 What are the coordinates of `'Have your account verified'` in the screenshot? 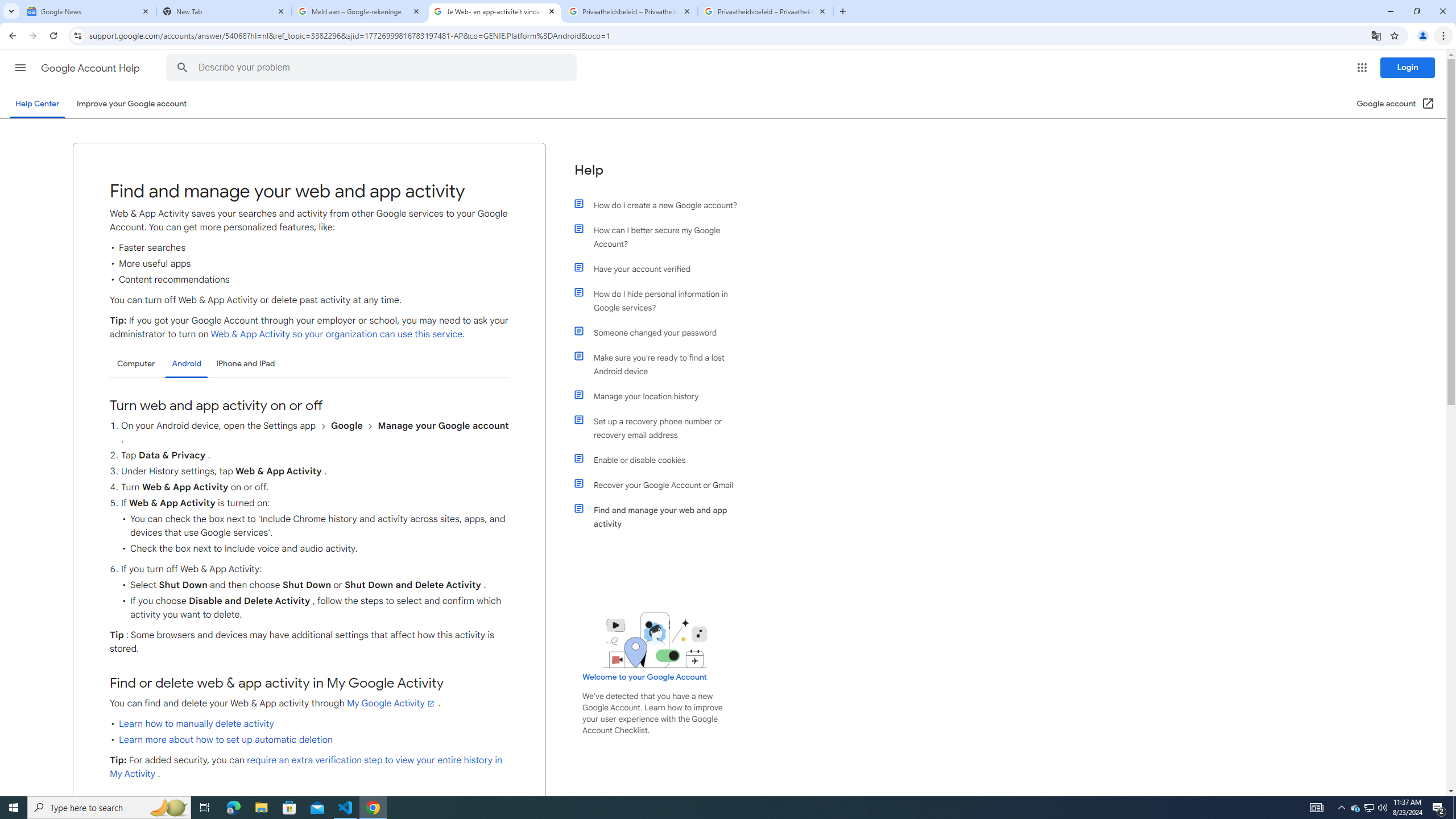 It's located at (661, 268).